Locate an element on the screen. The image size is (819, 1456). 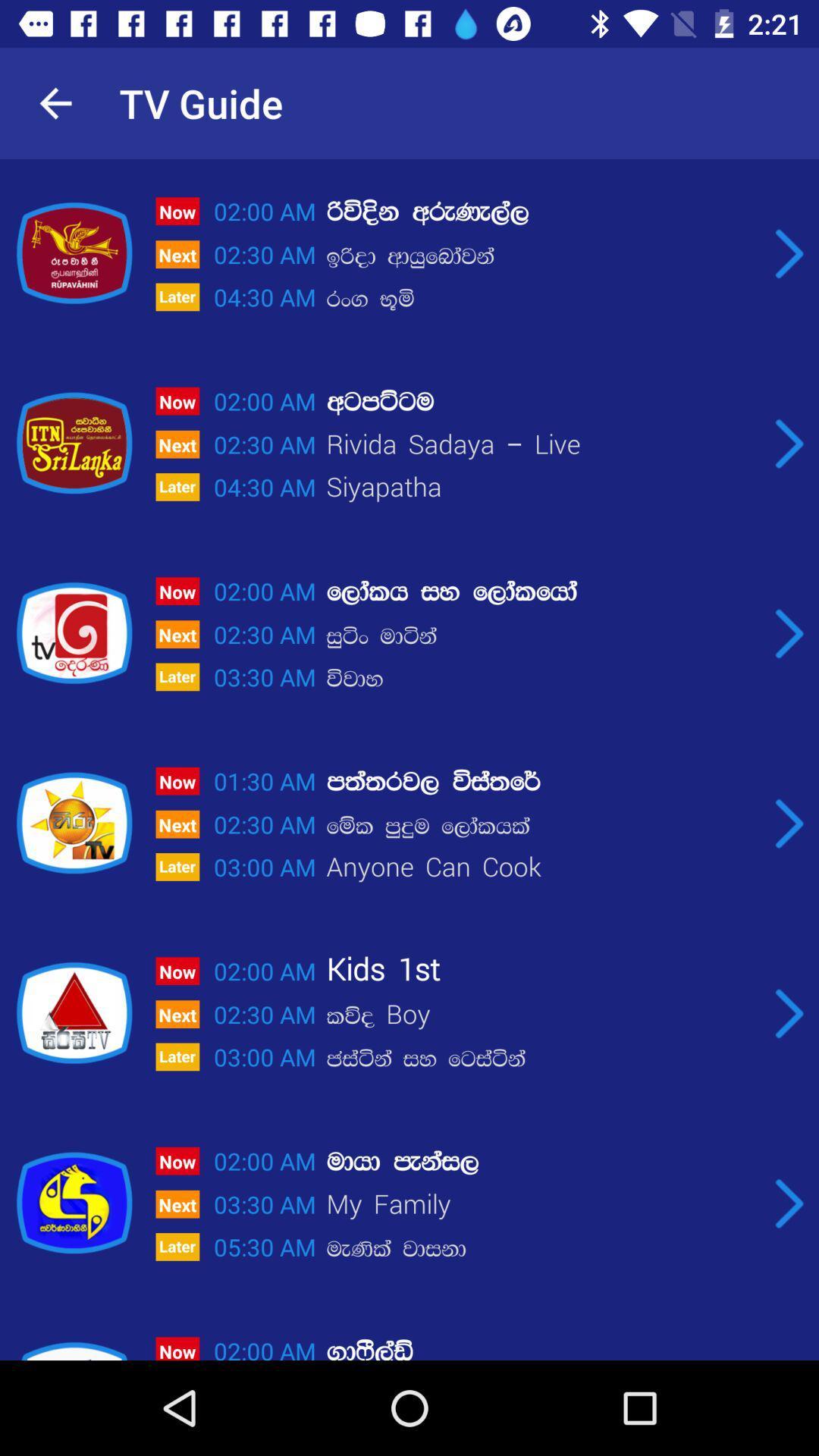
the icon next to 02:00 am icon is located at coordinates (541, 401).